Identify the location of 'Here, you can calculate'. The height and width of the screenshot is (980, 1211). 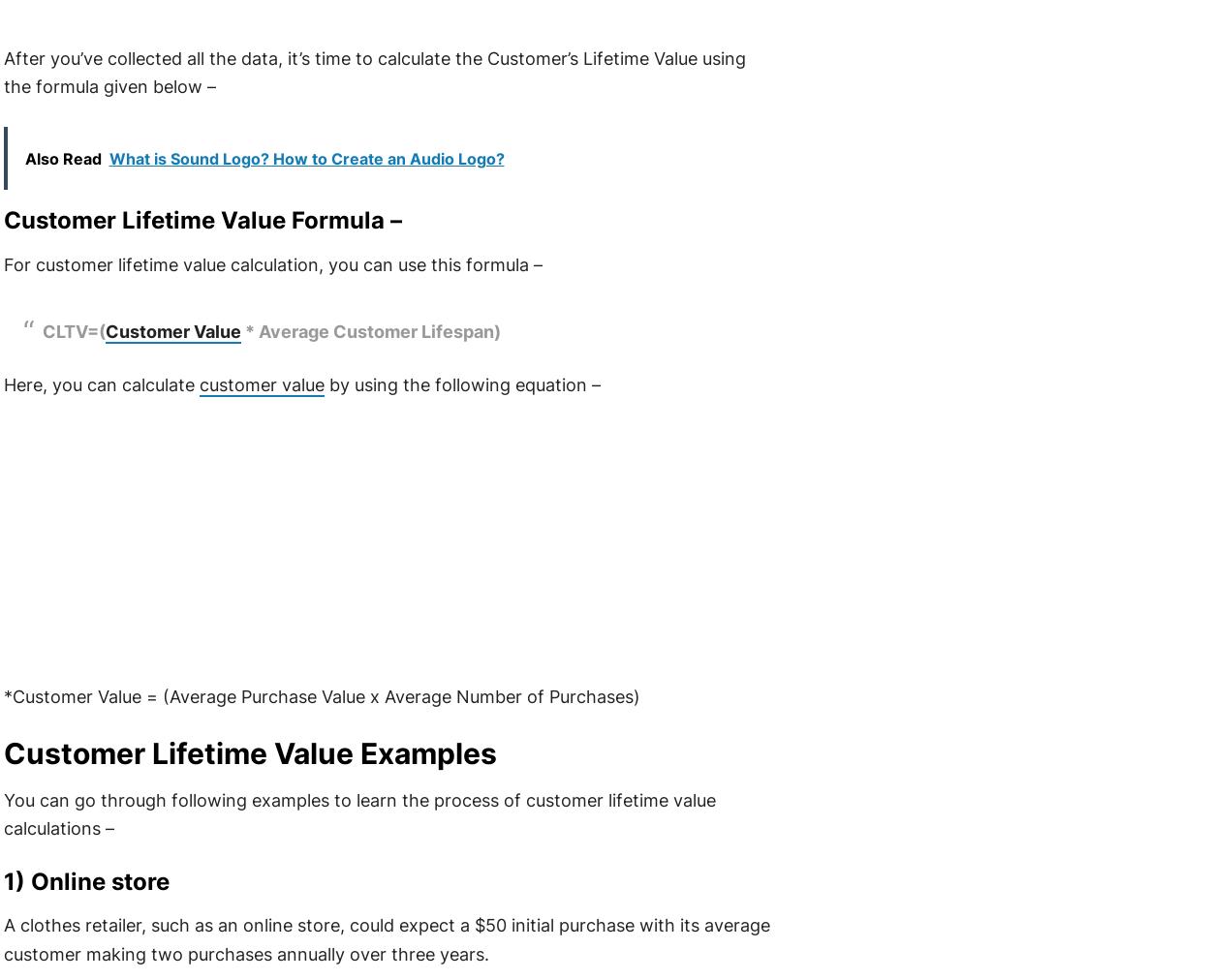
(100, 384).